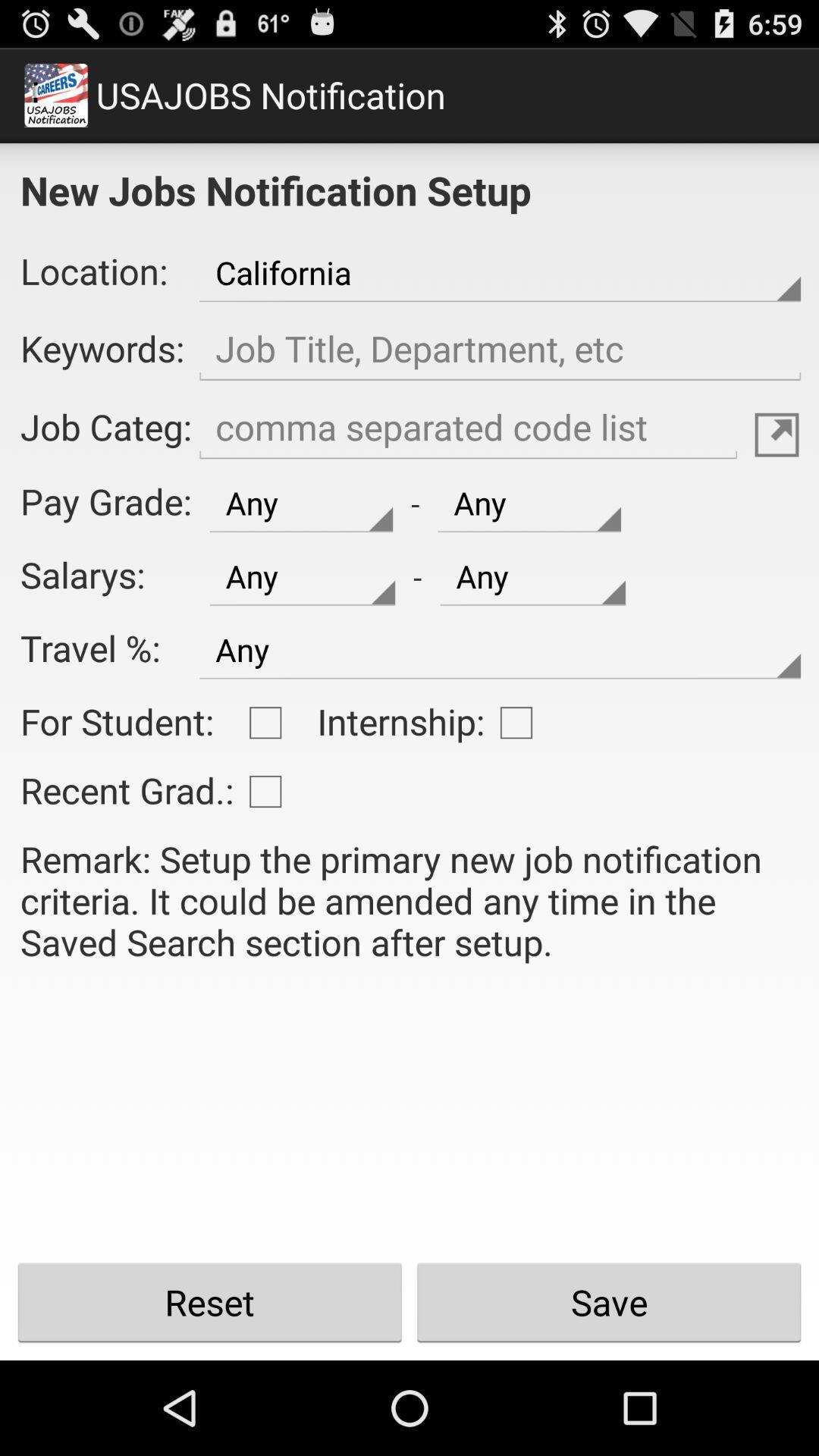 The width and height of the screenshot is (819, 1456). What do you see at coordinates (210, 1302) in the screenshot?
I see `reset` at bounding box center [210, 1302].